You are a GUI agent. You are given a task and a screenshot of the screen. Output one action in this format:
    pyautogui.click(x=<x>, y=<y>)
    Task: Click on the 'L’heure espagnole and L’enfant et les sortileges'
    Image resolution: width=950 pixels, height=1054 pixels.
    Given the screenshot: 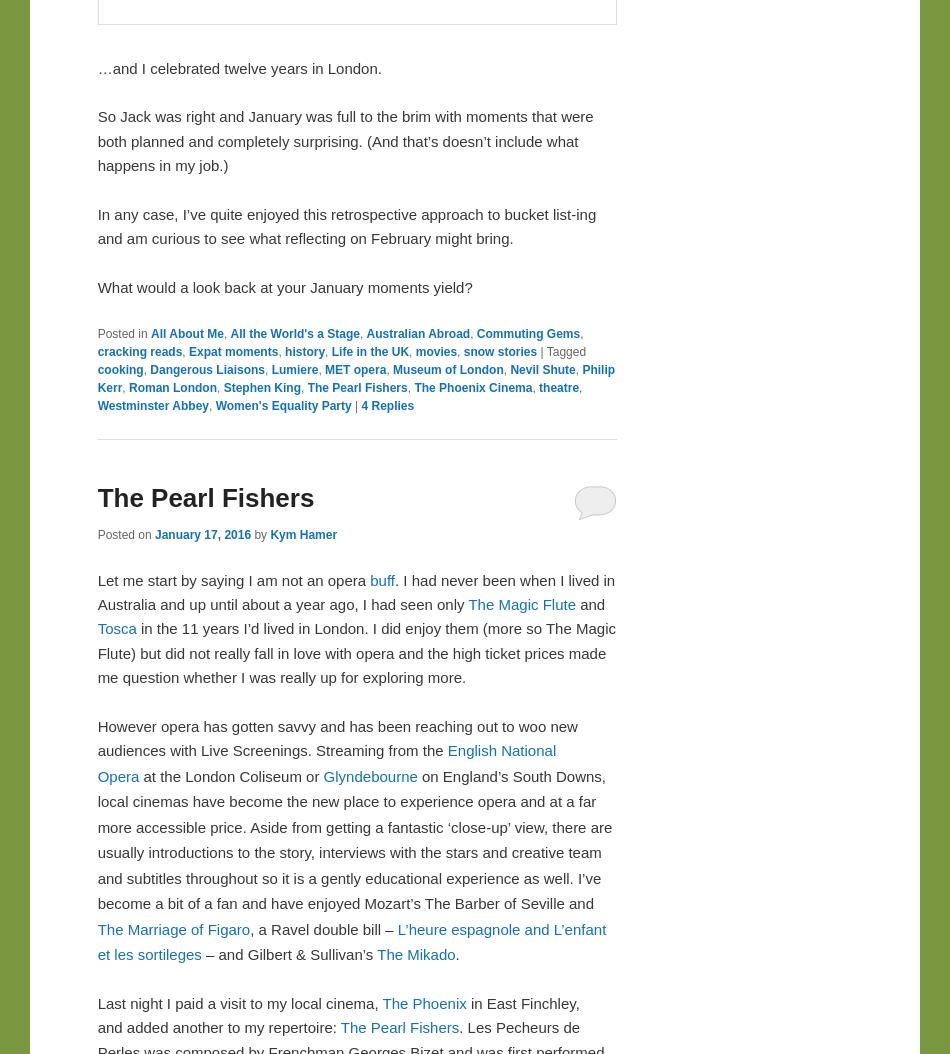 What is the action you would take?
    pyautogui.click(x=350, y=940)
    